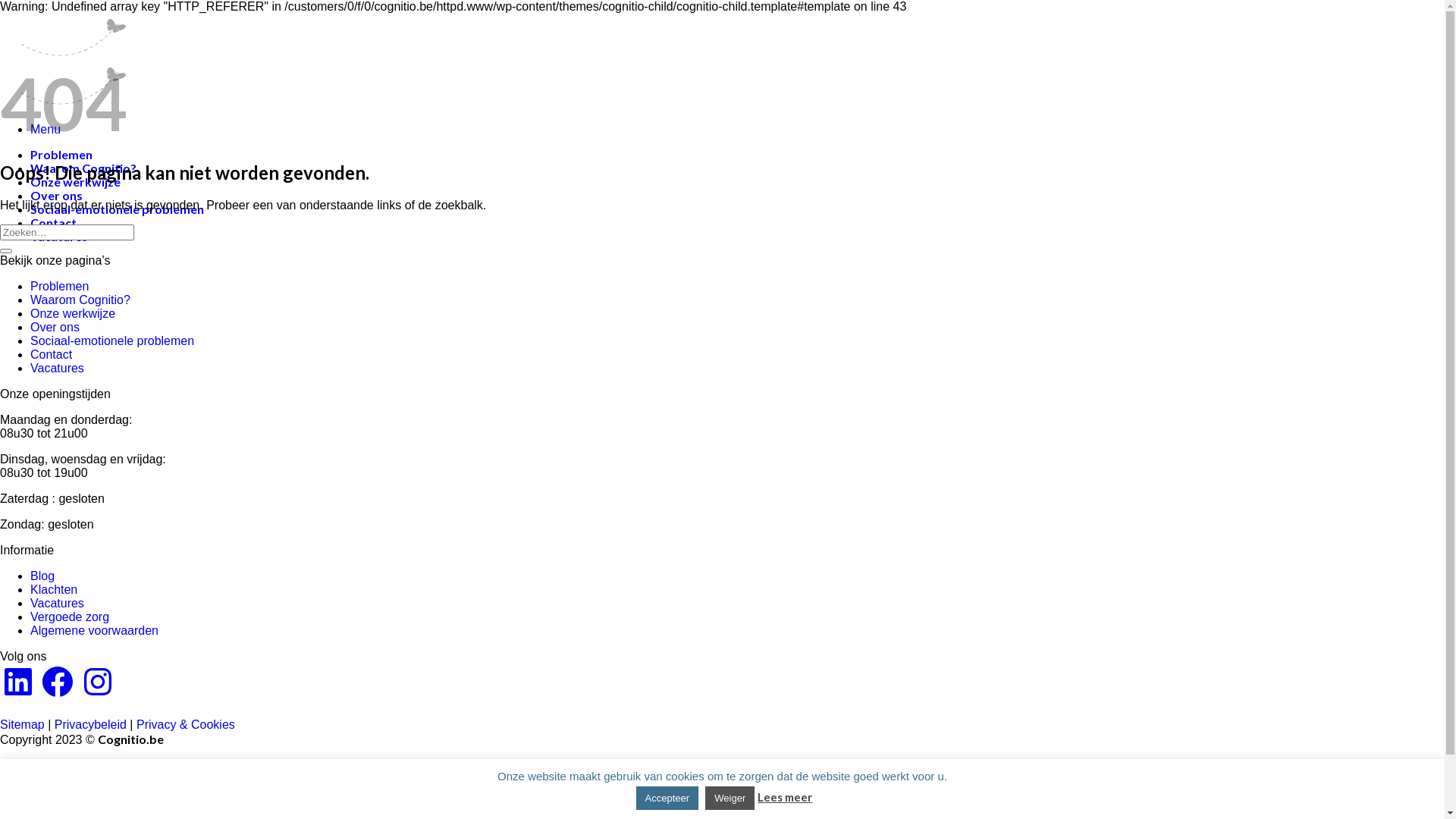 The width and height of the screenshot is (1456, 819). What do you see at coordinates (18, 680) in the screenshot?
I see `'LinkedIn'` at bounding box center [18, 680].